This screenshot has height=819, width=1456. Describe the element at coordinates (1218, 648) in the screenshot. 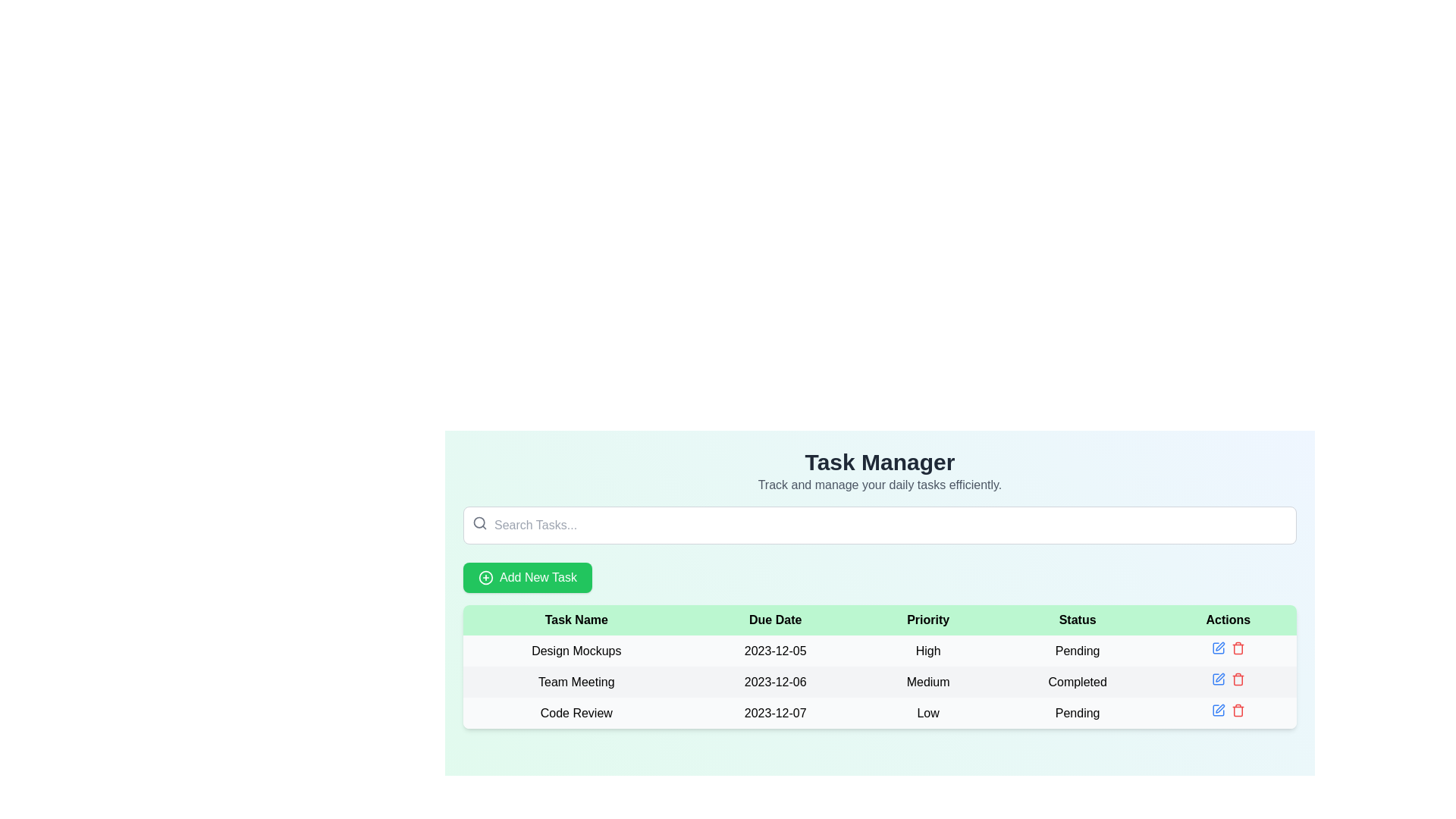

I see `the action button located in the Actions column of the first row for the 'Design Mockups' task` at that location.